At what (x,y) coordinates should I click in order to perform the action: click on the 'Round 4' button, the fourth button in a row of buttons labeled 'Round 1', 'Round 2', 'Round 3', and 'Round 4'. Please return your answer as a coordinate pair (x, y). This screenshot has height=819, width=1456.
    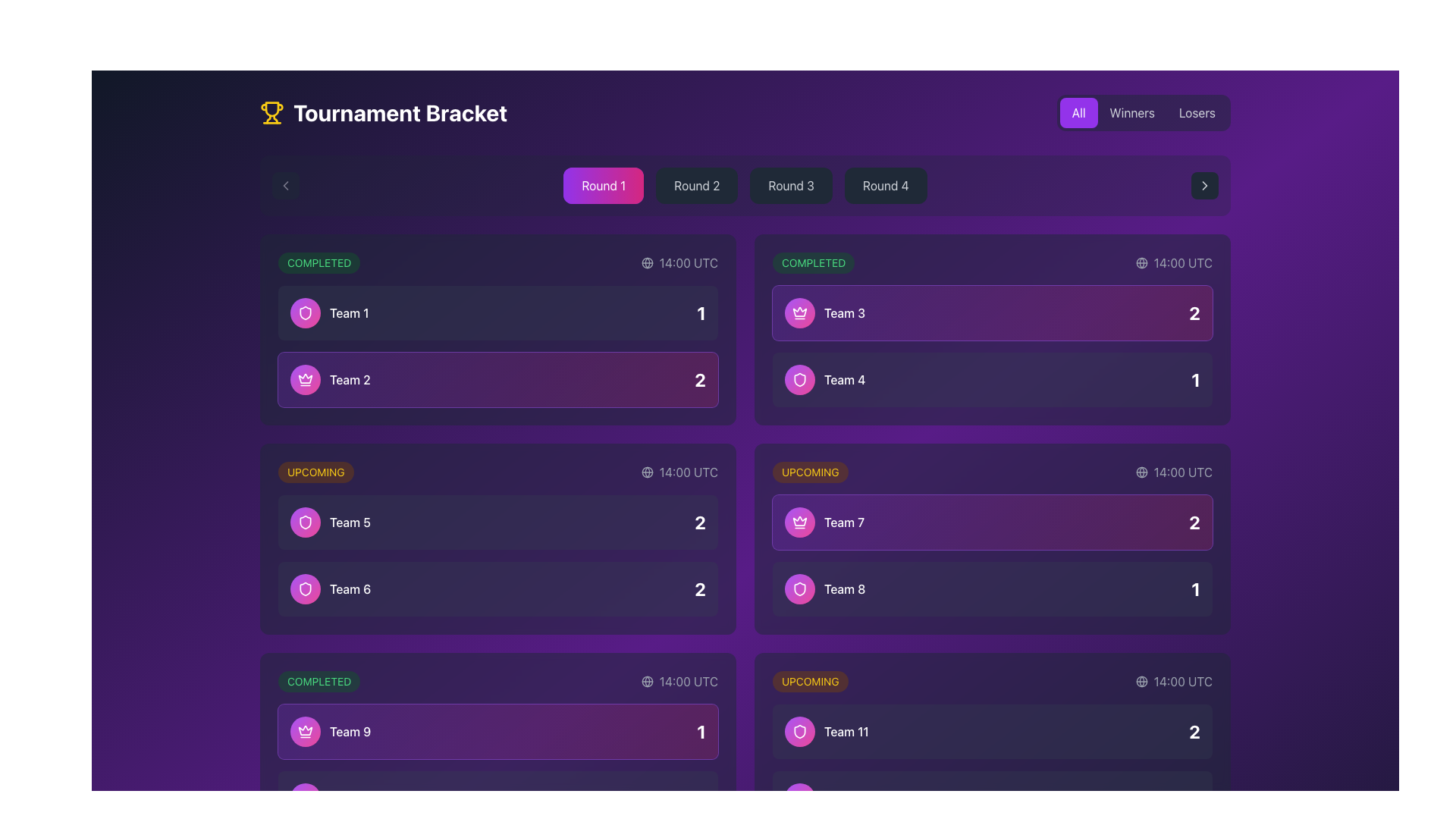
    Looking at the image, I should click on (886, 185).